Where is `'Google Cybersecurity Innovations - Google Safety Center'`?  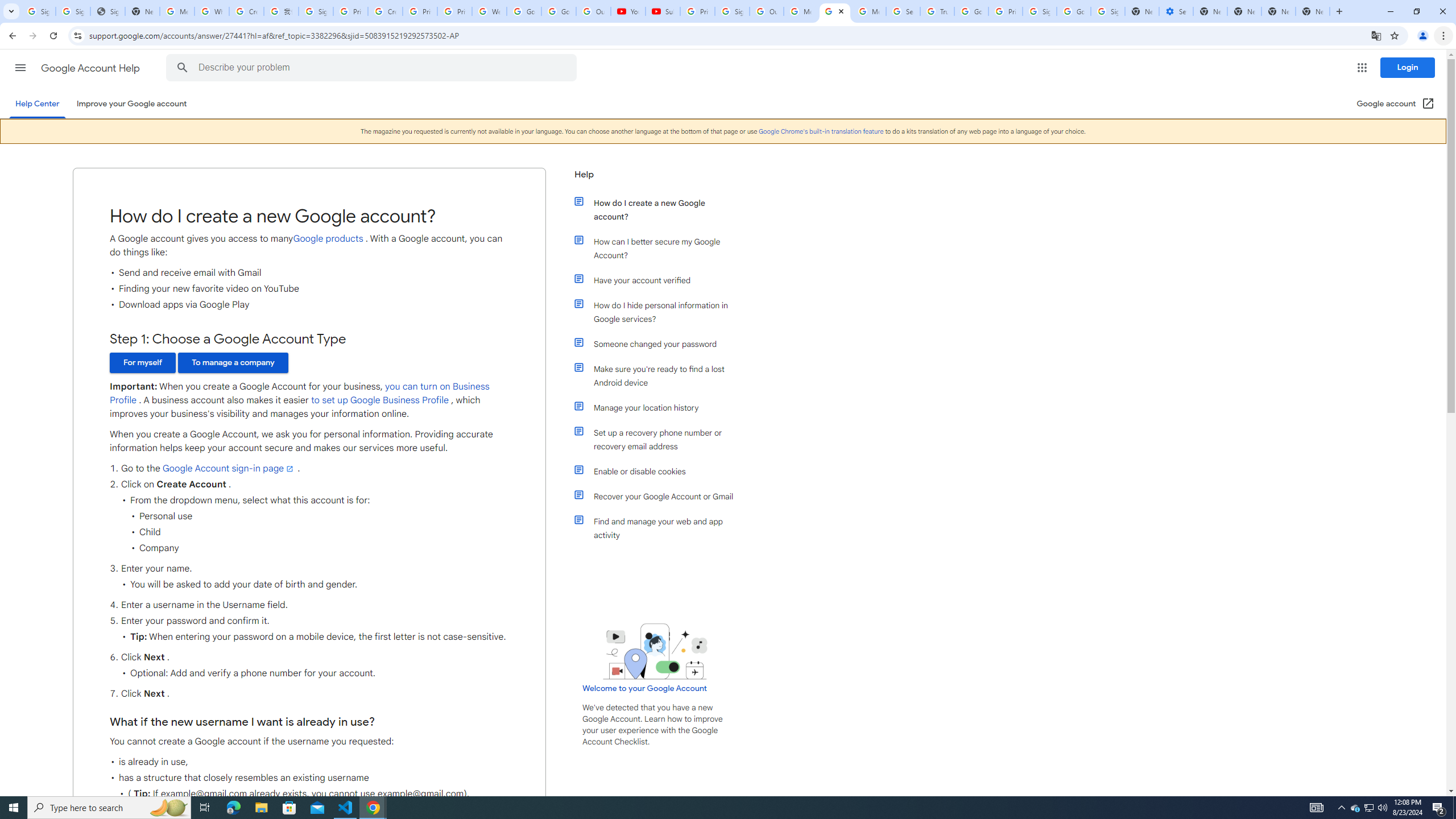 'Google Cybersecurity Innovations - Google Safety Center' is located at coordinates (1073, 11).